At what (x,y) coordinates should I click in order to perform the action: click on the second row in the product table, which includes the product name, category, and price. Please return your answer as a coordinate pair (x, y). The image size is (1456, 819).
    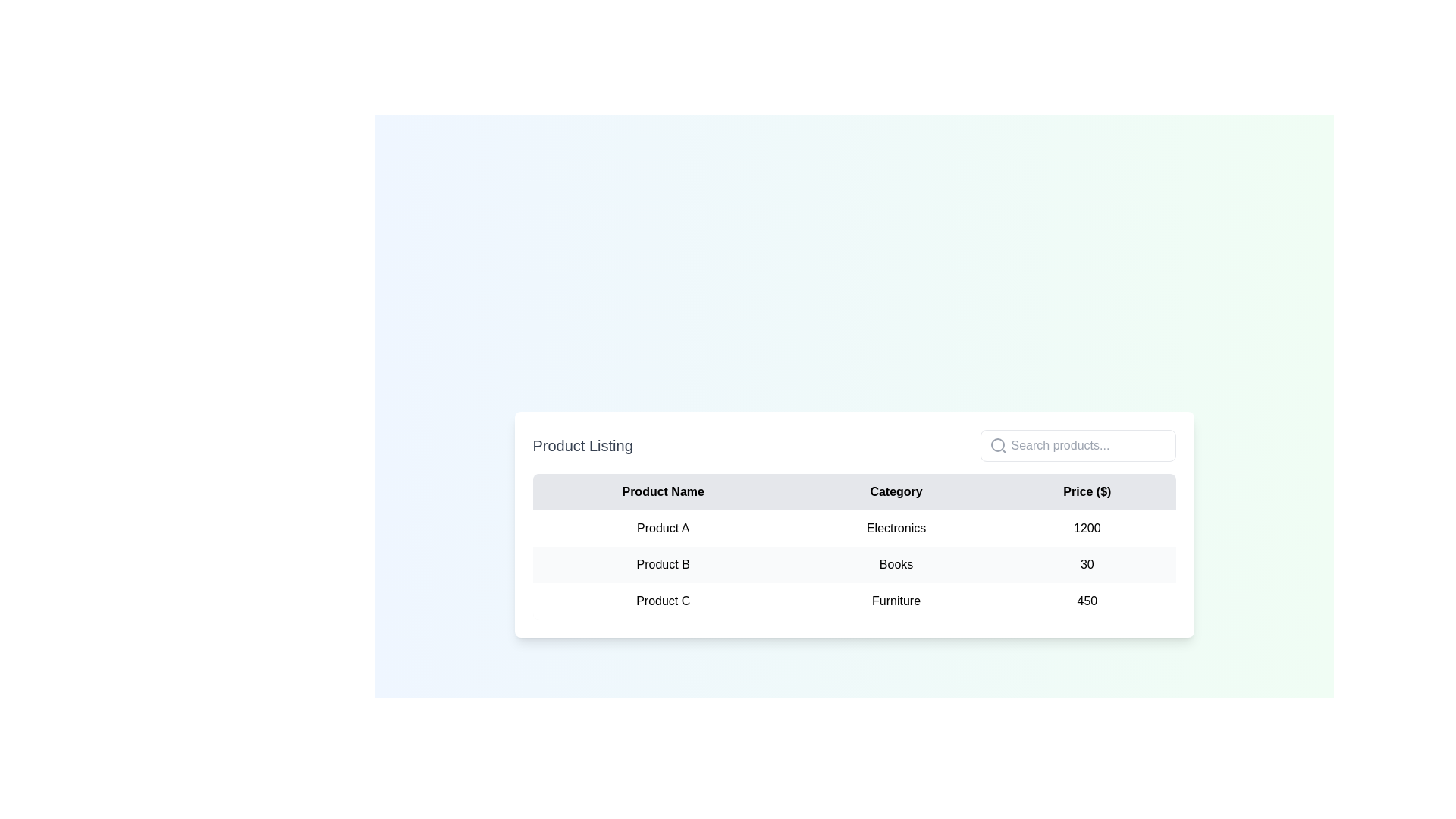
    Looking at the image, I should click on (854, 564).